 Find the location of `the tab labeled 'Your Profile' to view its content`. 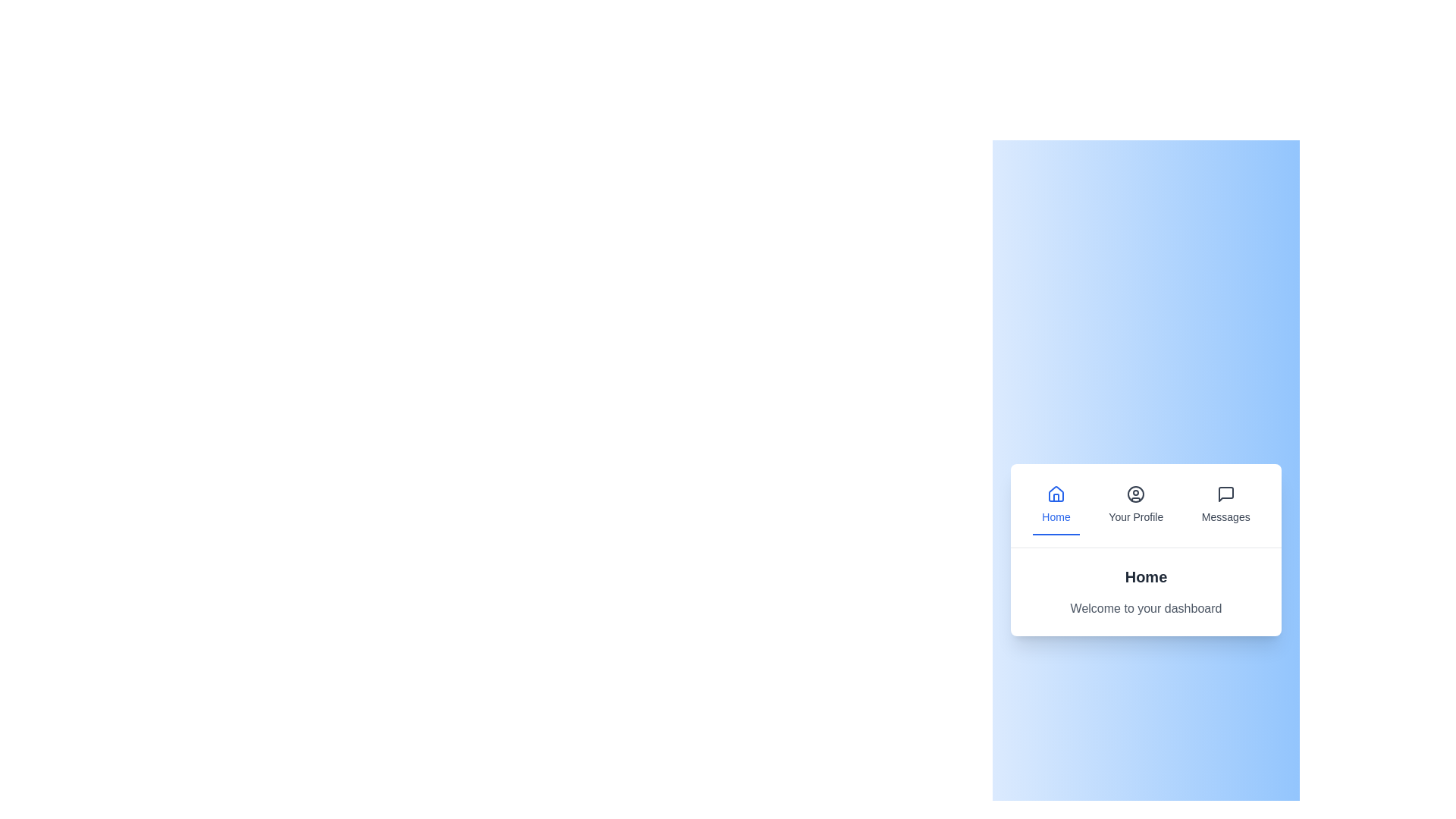

the tab labeled 'Your Profile' to view its content is located at coordinates (1135, 505).